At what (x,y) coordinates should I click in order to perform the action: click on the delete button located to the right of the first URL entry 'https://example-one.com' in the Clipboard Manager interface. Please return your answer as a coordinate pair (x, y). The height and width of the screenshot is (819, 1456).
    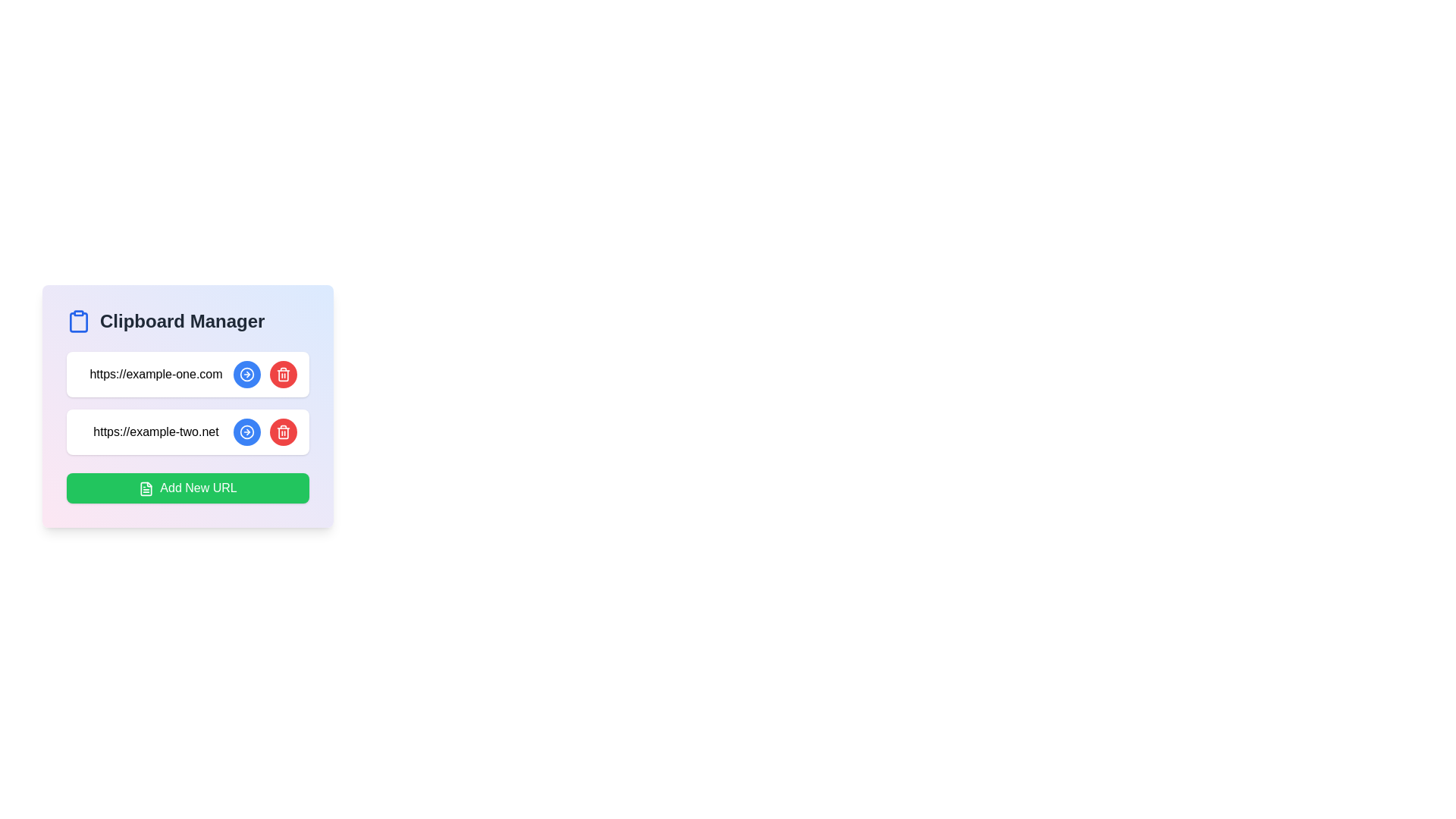
    Looking at the image, I should click on (284, 374).